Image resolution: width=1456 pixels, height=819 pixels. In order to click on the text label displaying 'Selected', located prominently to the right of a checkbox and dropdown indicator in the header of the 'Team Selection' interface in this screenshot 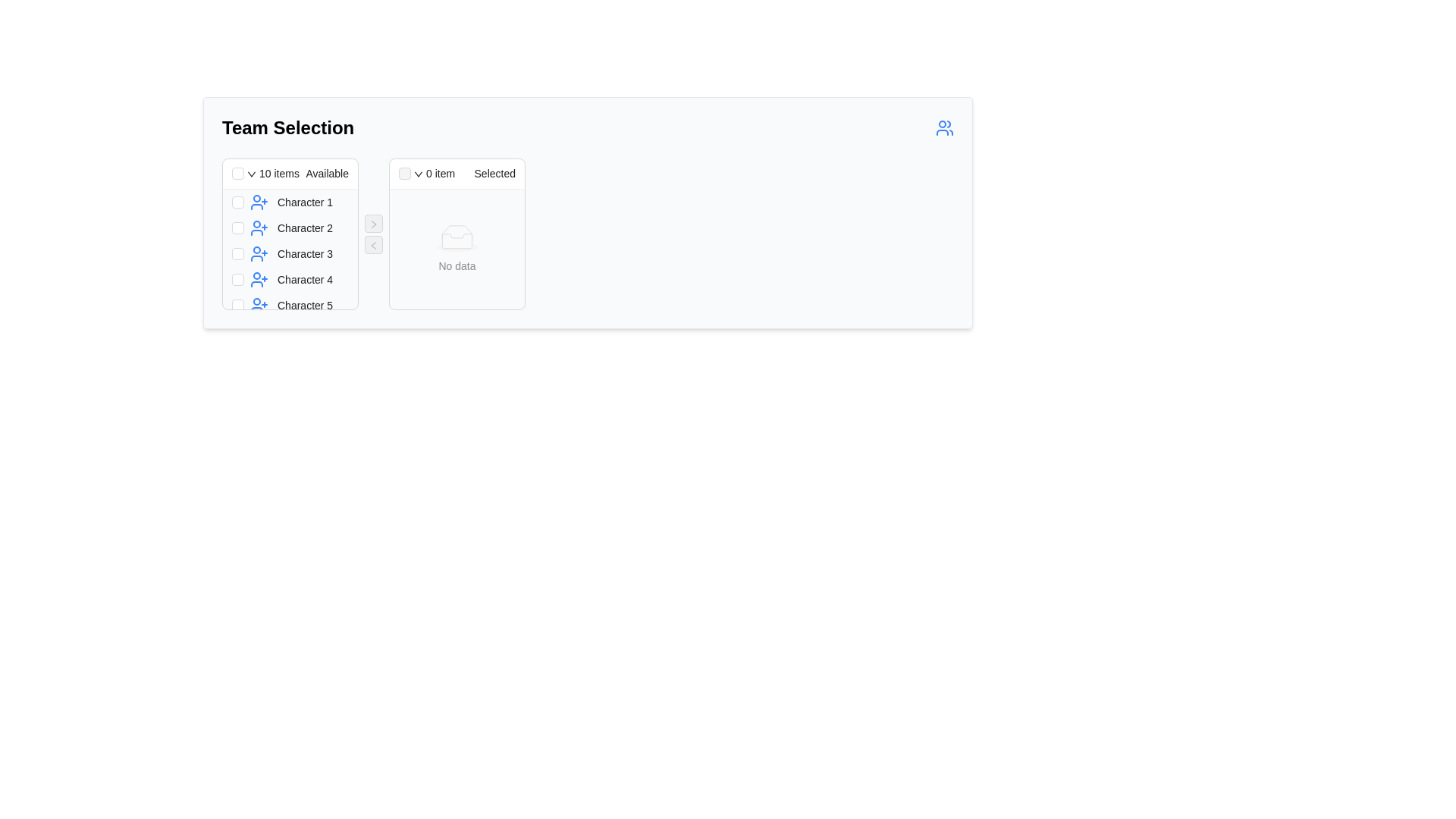, I will do `click(487, 172)`.